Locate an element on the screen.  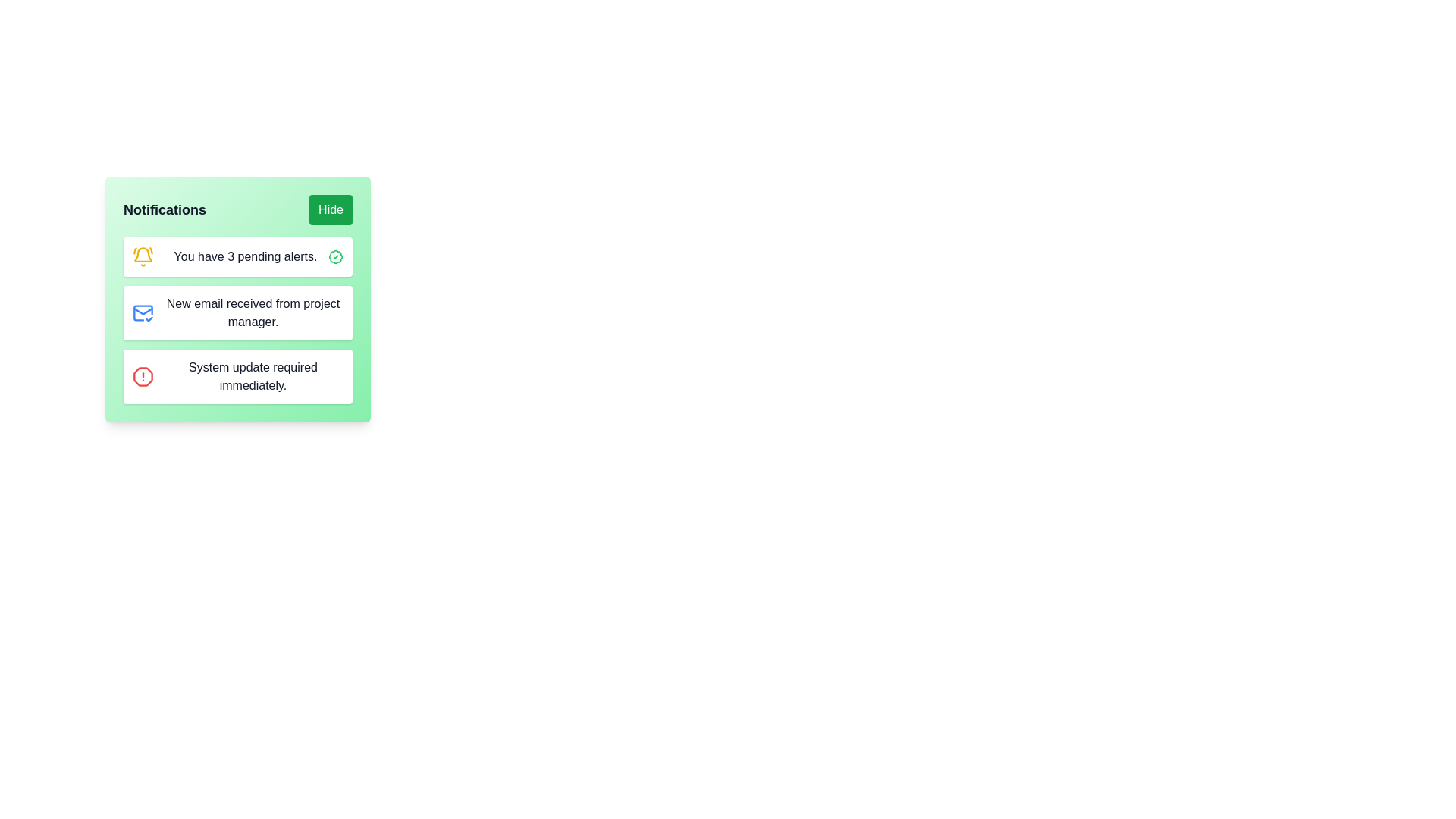
the yellow bell icon representing notifications located to the left of the text 'You have 3 pending alerts.' is located at coordinates (143, 254).